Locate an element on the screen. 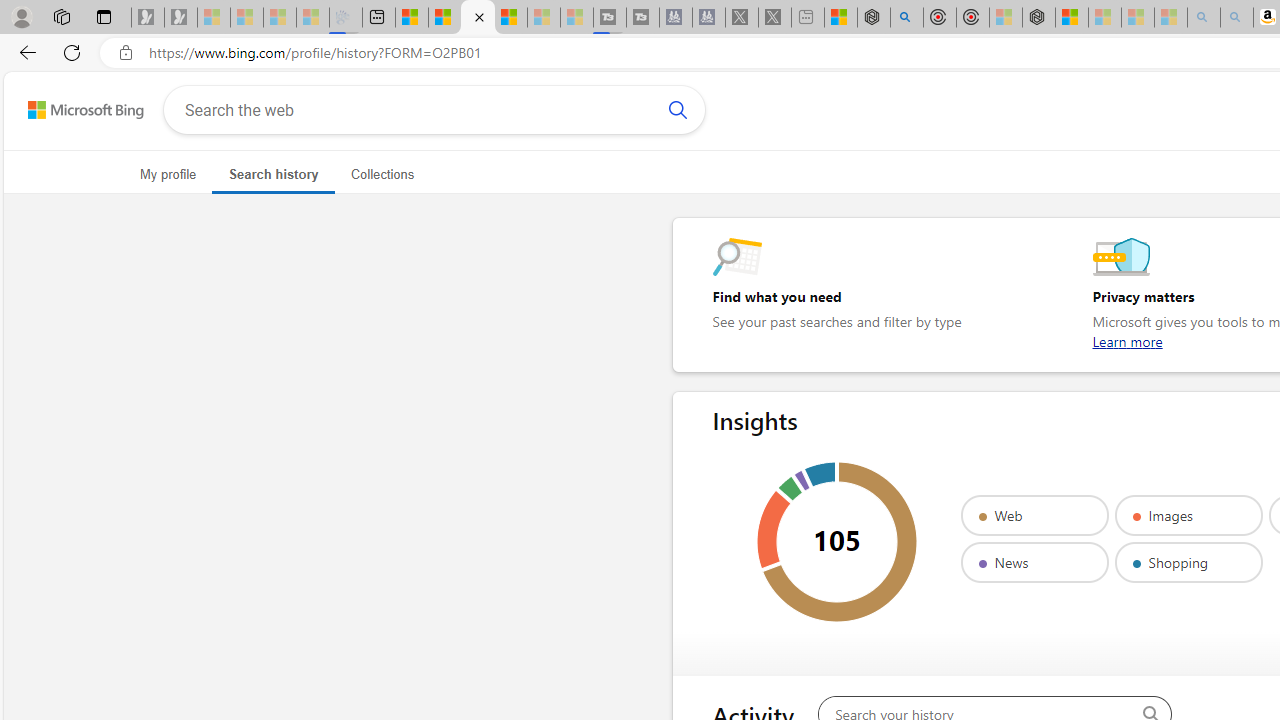 The width and height of the screenshot is (1280, 720). 'Streaming Coverage | T3 - Sleeping' is located at coordinates (608, 17).